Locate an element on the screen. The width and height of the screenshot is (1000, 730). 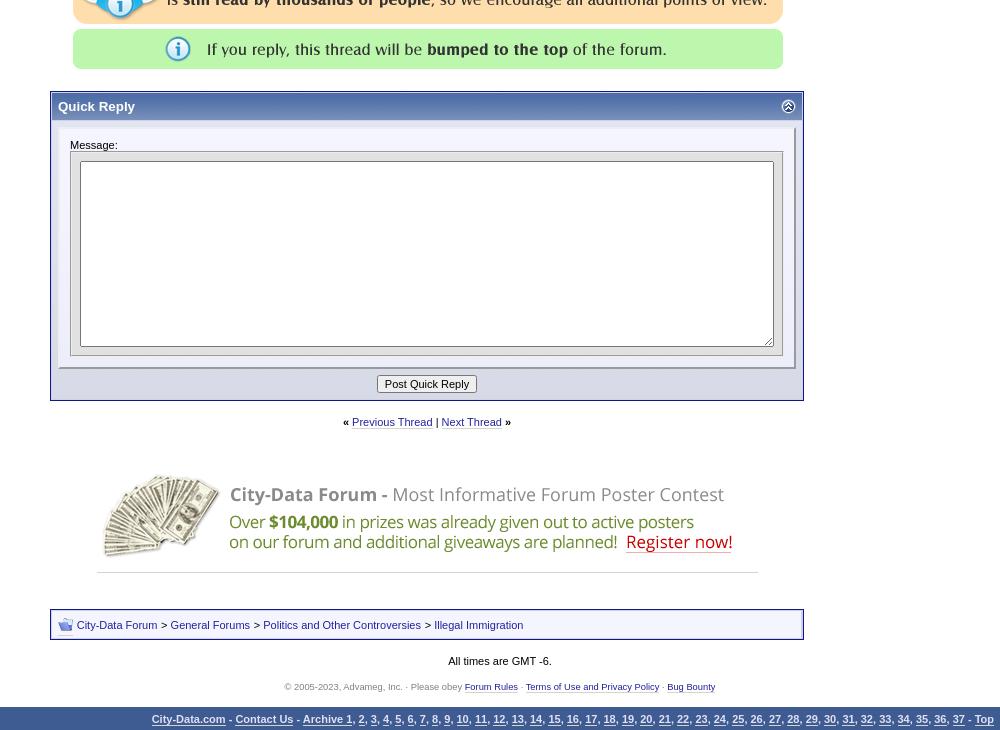
'Message:' is located at coordinates (92, 143).